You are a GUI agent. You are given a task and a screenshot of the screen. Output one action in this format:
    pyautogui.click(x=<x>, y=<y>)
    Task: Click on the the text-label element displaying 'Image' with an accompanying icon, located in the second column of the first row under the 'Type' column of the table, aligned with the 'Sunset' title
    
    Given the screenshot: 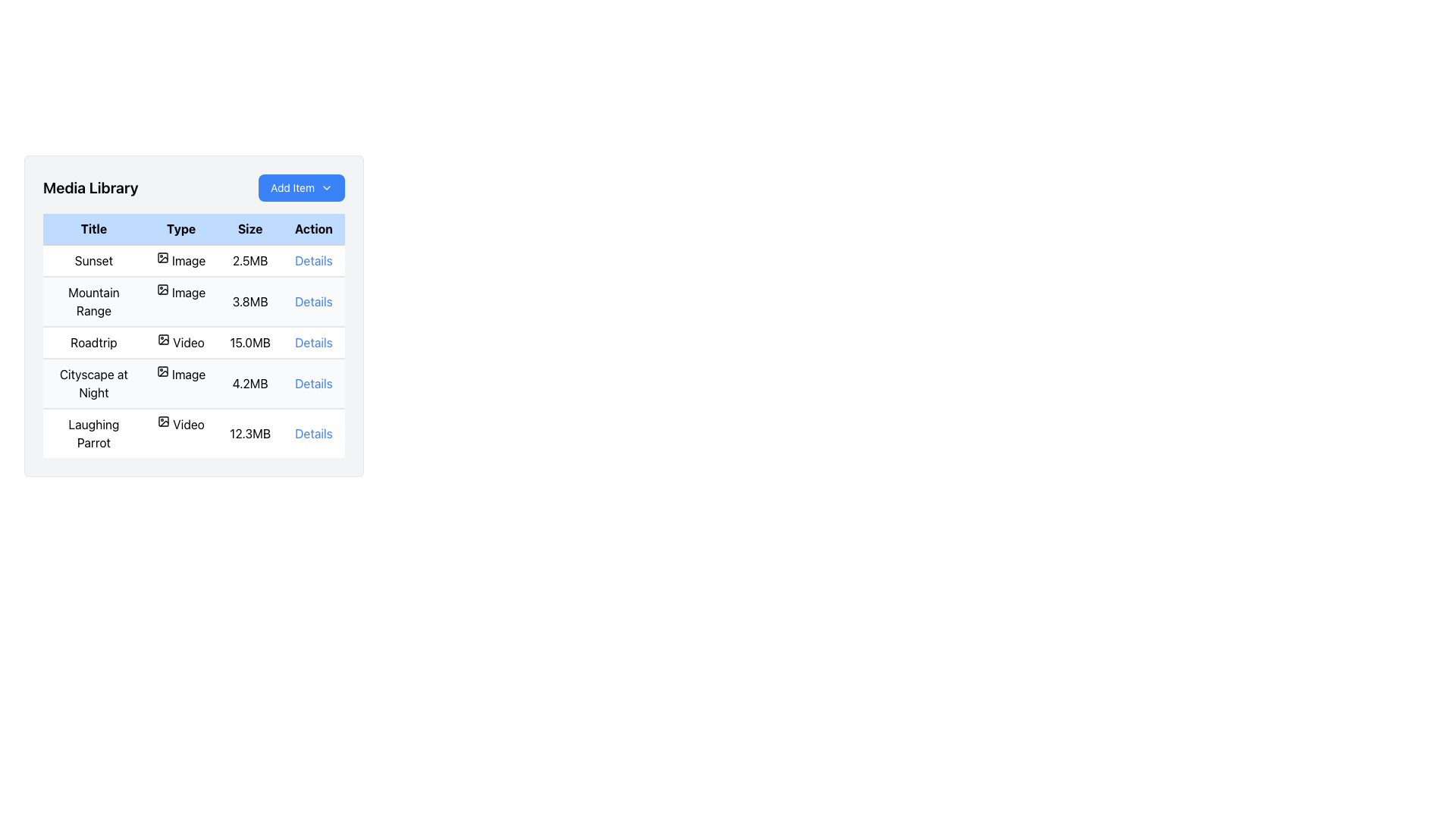 What is the action you would take?
    pyautogui.click(x=181, y=259)
    